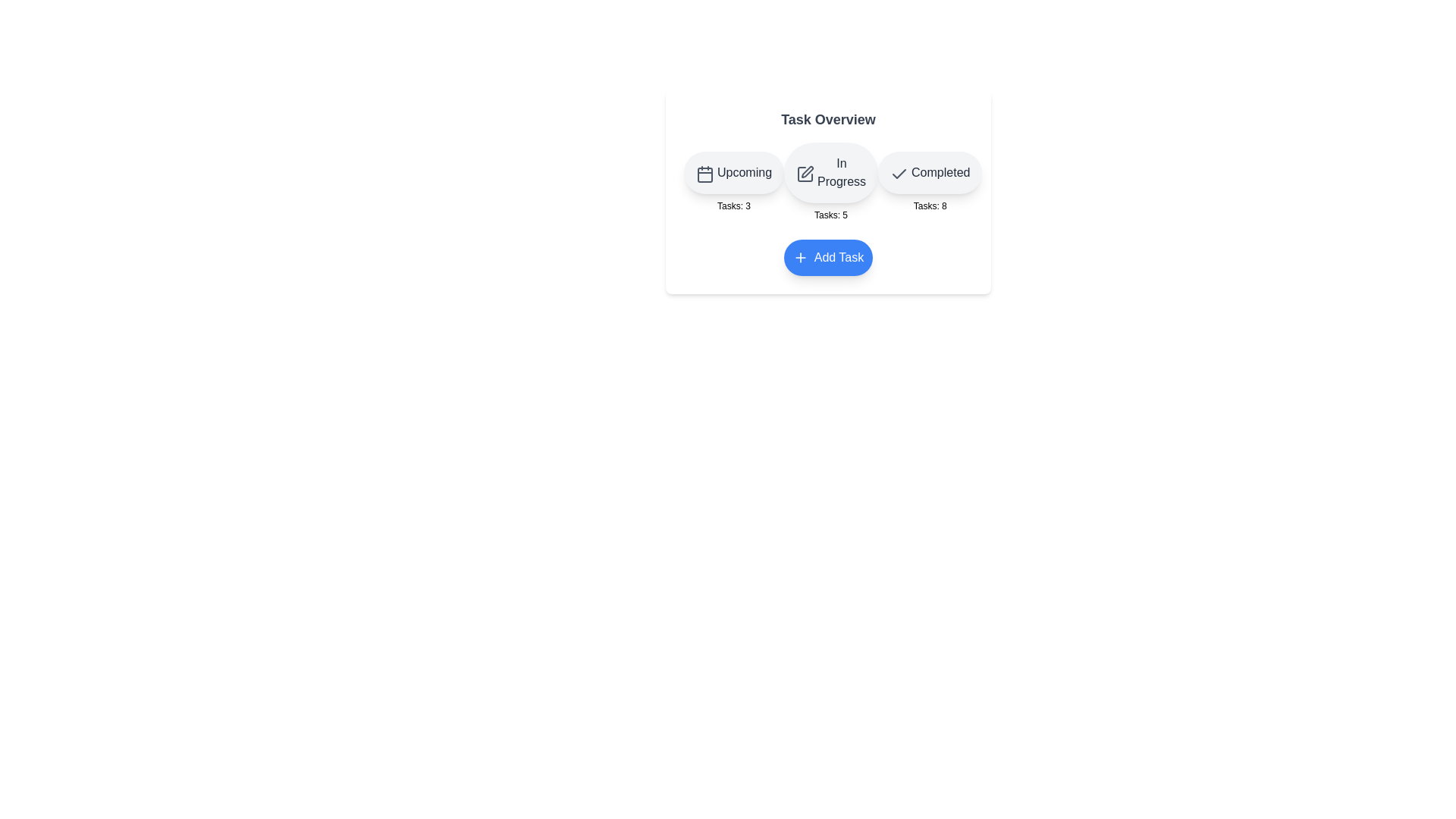 The image size is (1456, 819). I want to click on the In Progress button to interact with the corresponding category, so click(830, 171).